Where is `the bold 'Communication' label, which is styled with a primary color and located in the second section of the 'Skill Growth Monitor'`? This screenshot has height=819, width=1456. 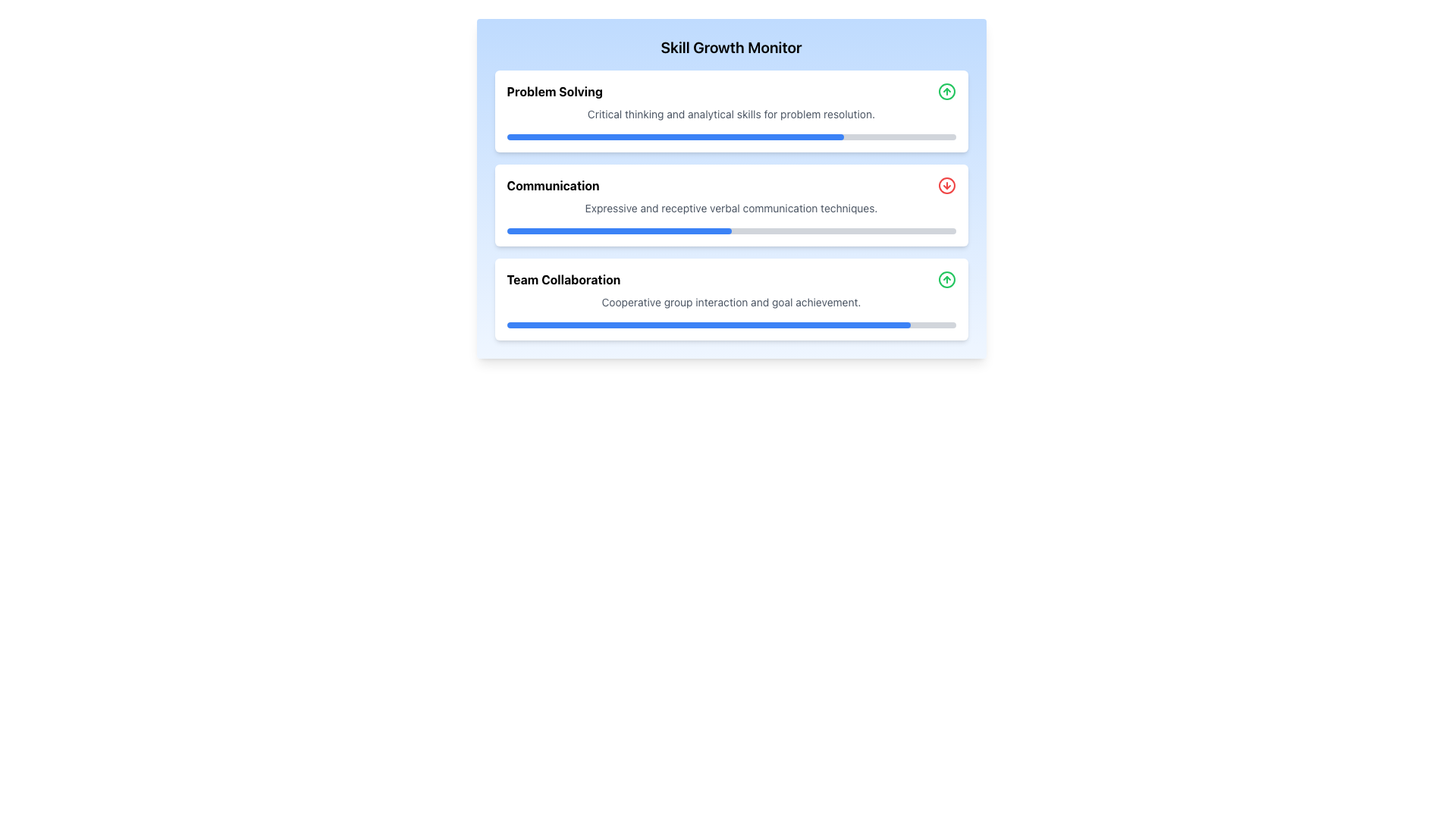
the bold 'Communication' label, which is styled with a primary color and located in the second section of the 'Skill Growth Monitor' is located at coordinates (552, 185).